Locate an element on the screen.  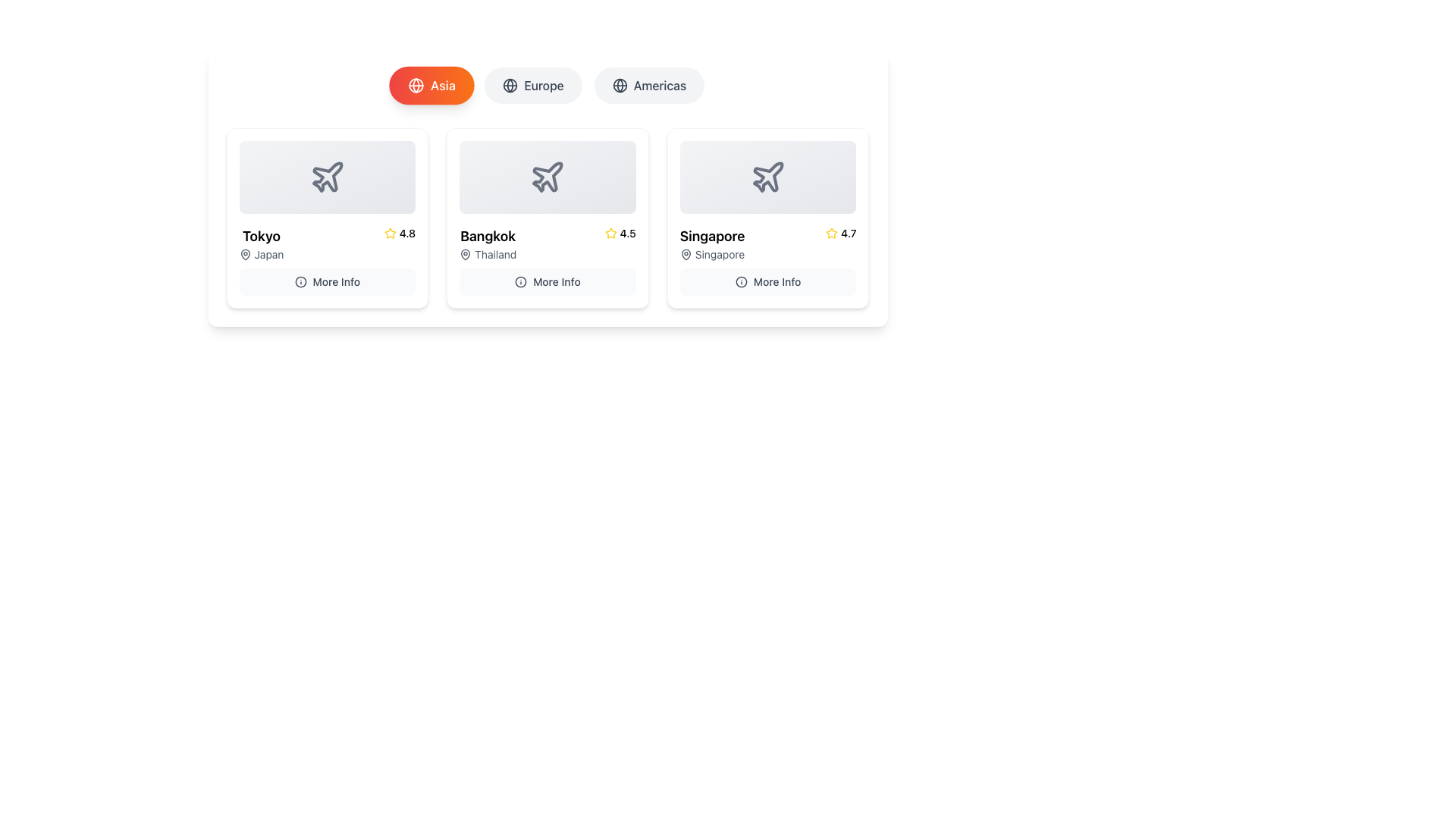
the small, pin-shaped icon located to the left of the text 'Japan' in the first card labeled 'Tokyo' within the horizontal list of travel destinations is located at coordinates (245, 253).